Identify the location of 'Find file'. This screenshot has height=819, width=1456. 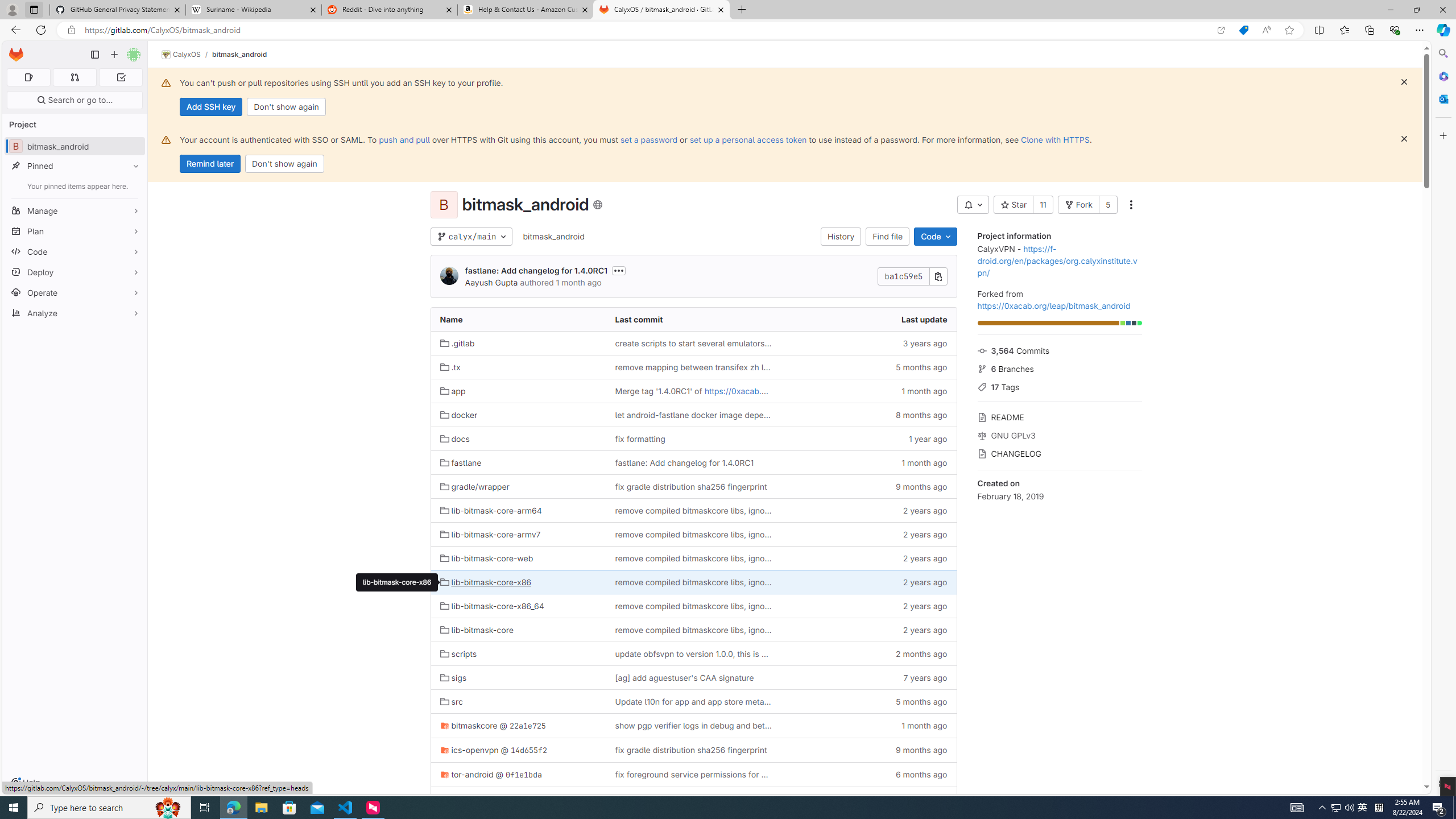
(888, 236).